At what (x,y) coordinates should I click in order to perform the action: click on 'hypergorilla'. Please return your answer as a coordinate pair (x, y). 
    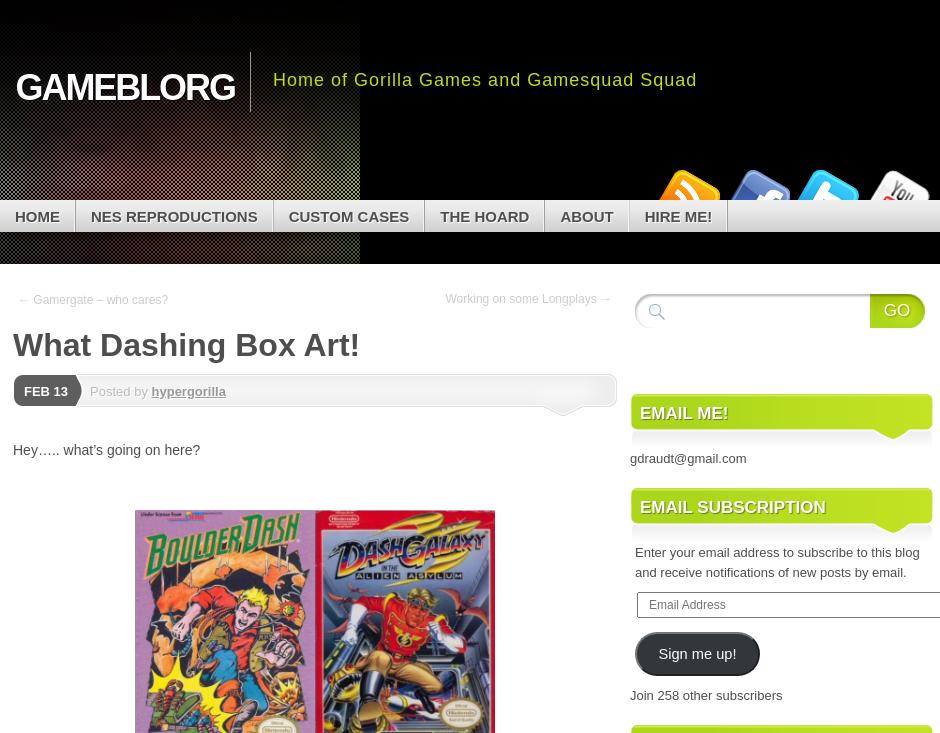
    Looking at the image, I should click on (188, 390).